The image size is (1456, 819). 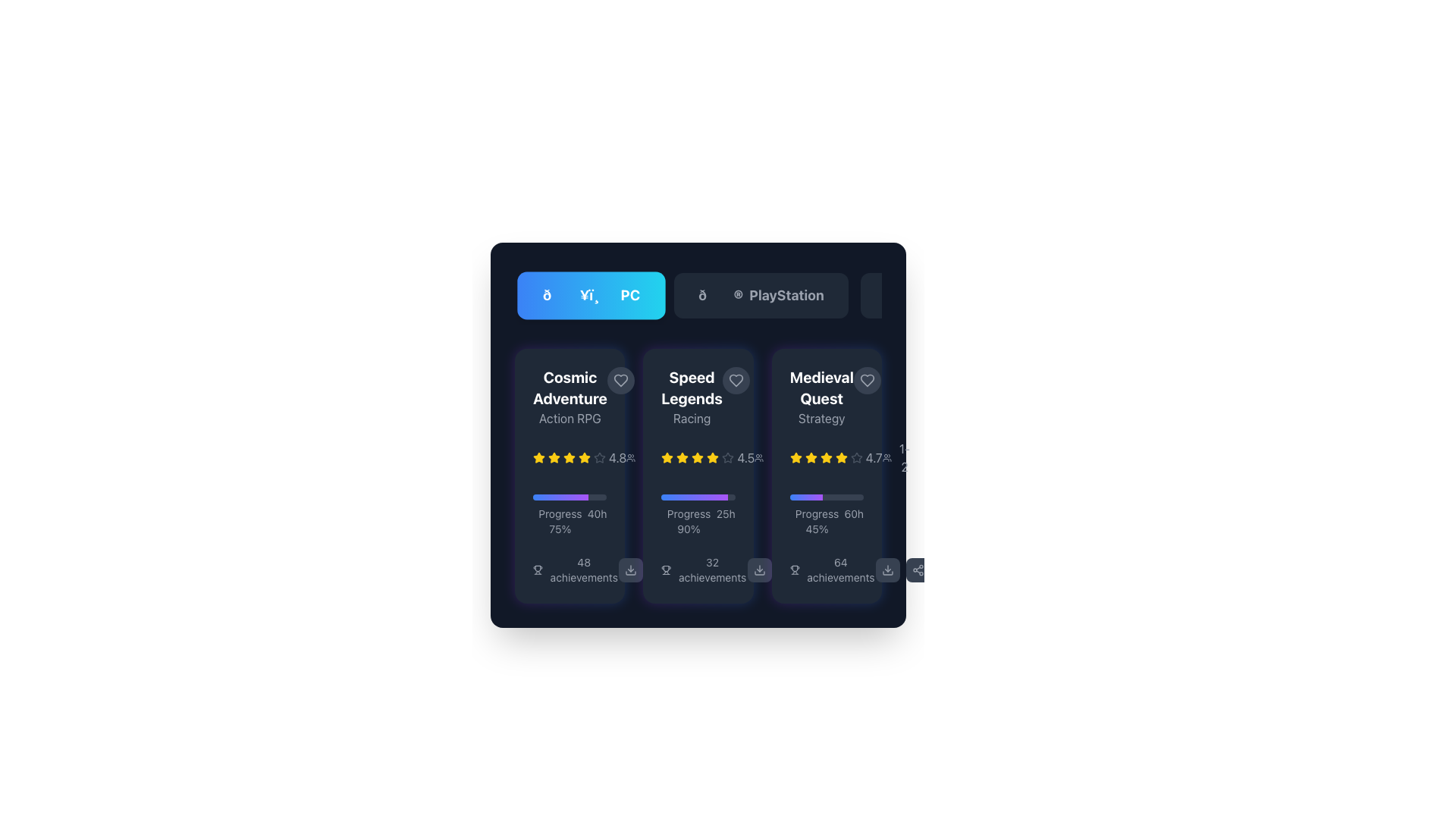 What do you see at coordinates (569, 388) in the screenshot?
I see `the bold white title text label that displays the name of the game featured in the application interface, located in the top-left corner of the grid` at bounding box center [569, 388].